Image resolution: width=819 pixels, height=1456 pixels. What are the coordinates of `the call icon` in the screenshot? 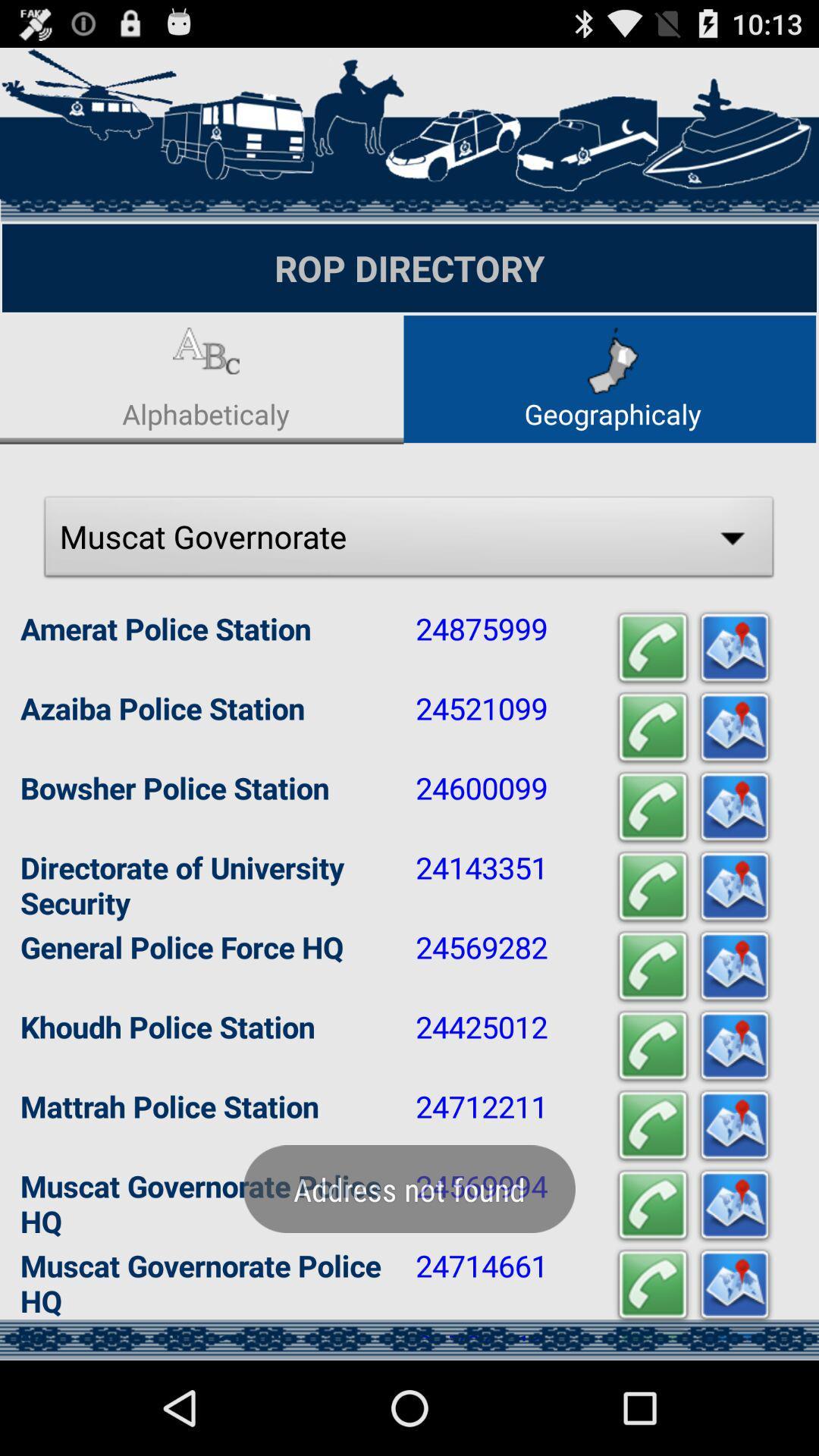 It's located at (651, 1119).